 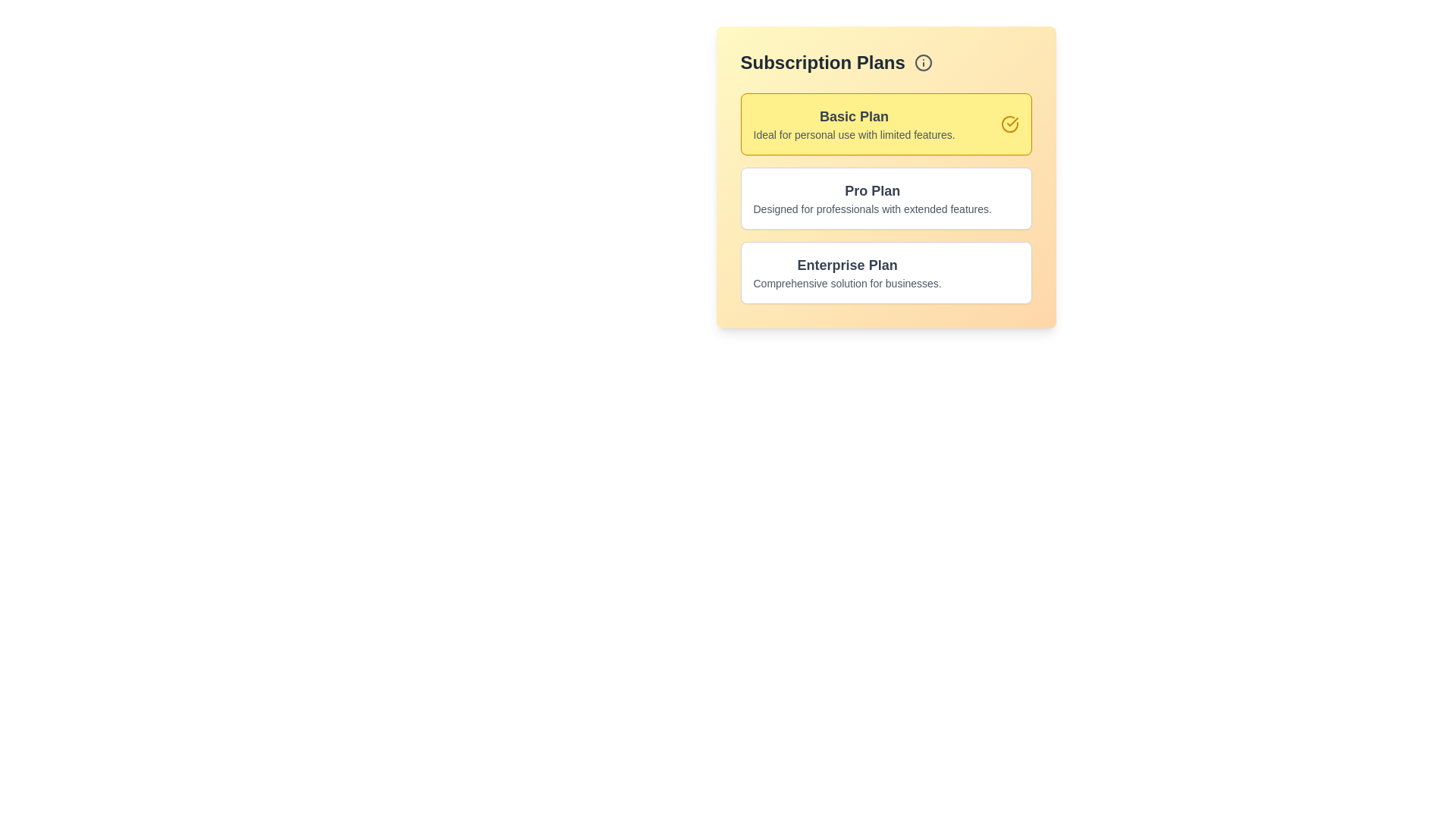 What do you see at coordinates (872, 209) in the screenshot?
I see `the text element located directly beneath the 'Pro Plan' title, which provides additional details about the Pro Plan subscription for professional users` at bounding box center [872, 209].